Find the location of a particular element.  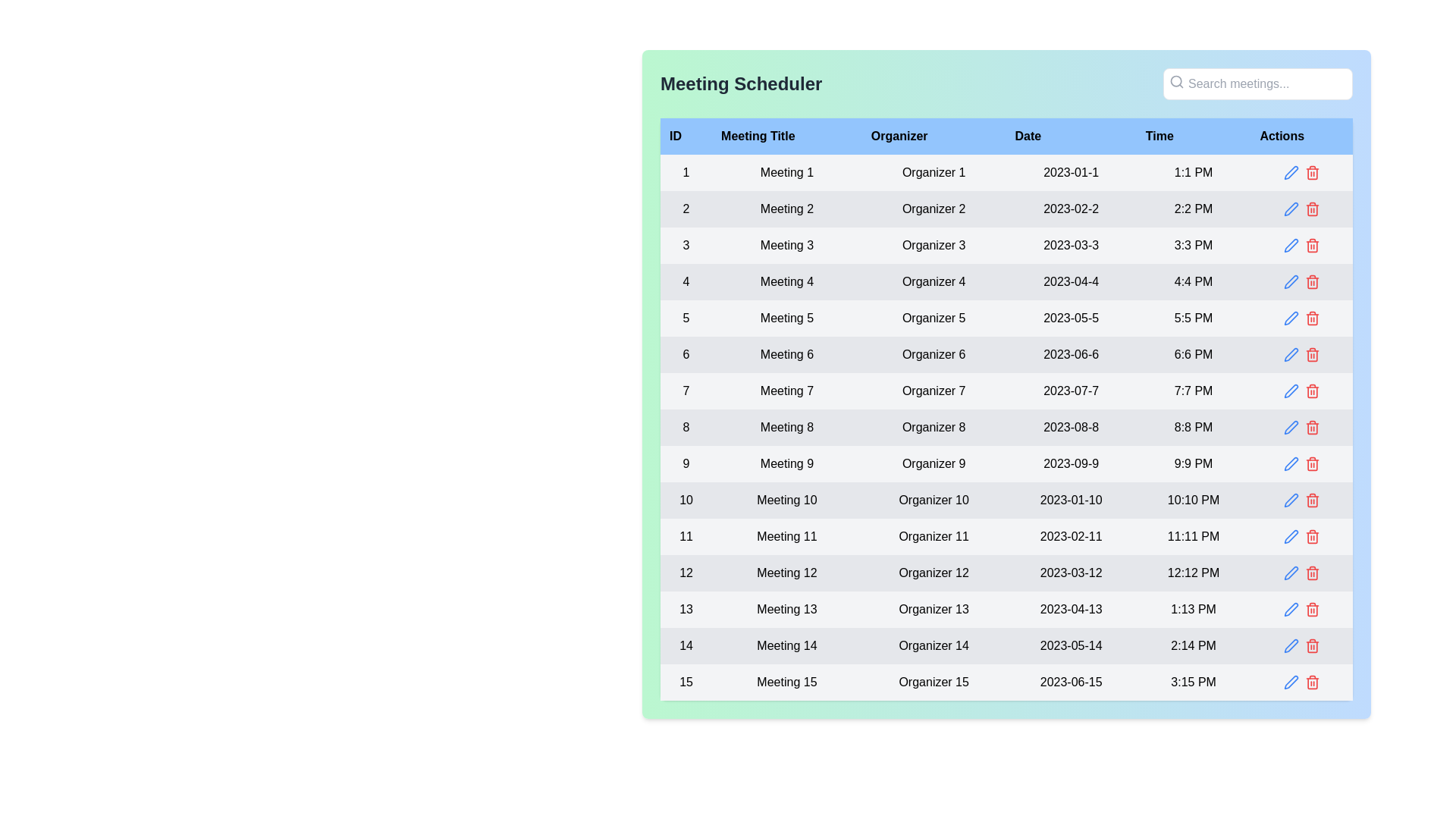

the edit icon button in the 'Actions' column of the table row for the meeting scheduled on 2023-01-10 at 10:10 PM is located at coordinates (1290, 500).